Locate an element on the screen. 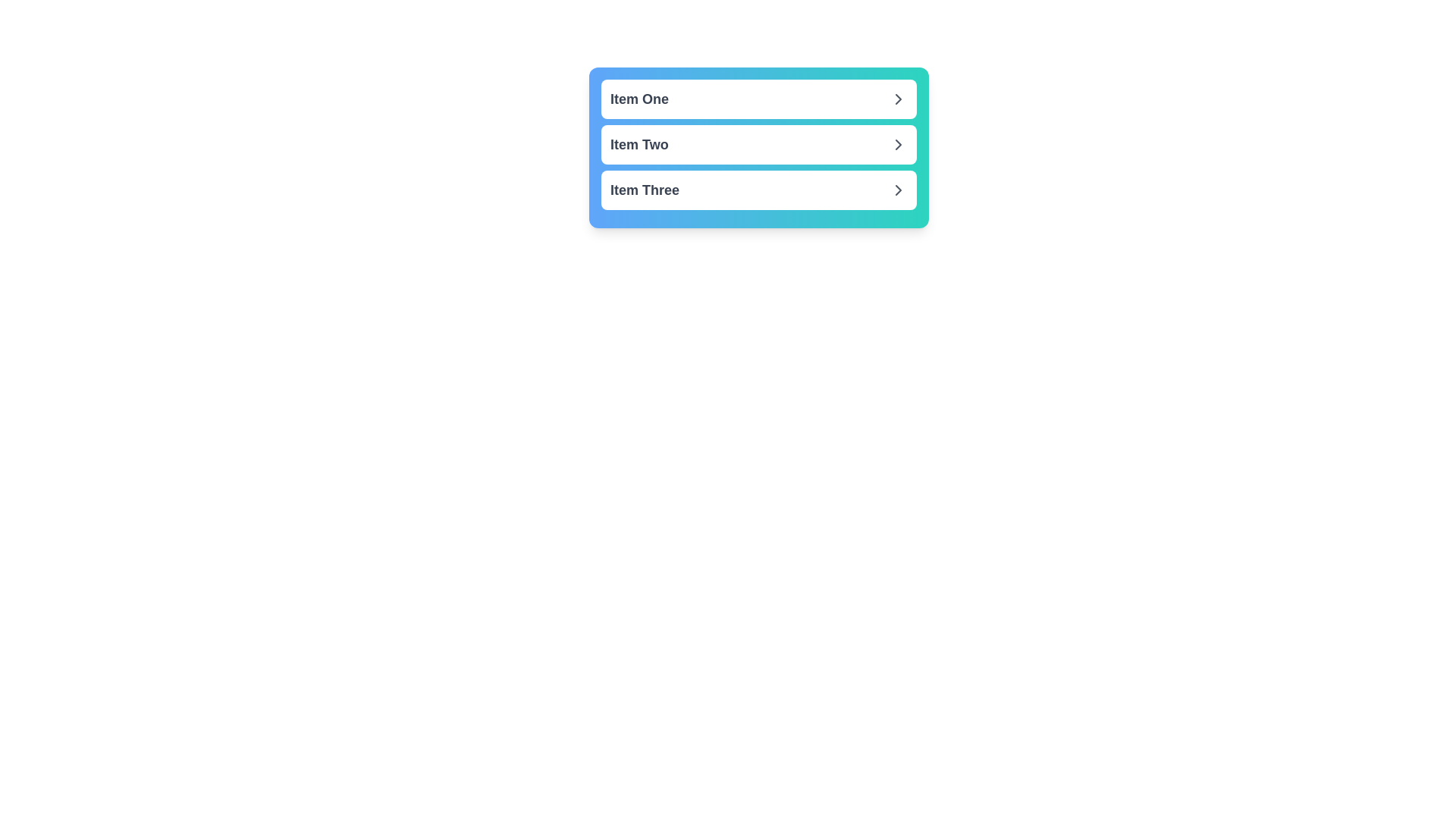 Image resolution: width=1456 pixels, height=819 pixels. the Text label for the first item in the list is located at coordinates (639, 99).